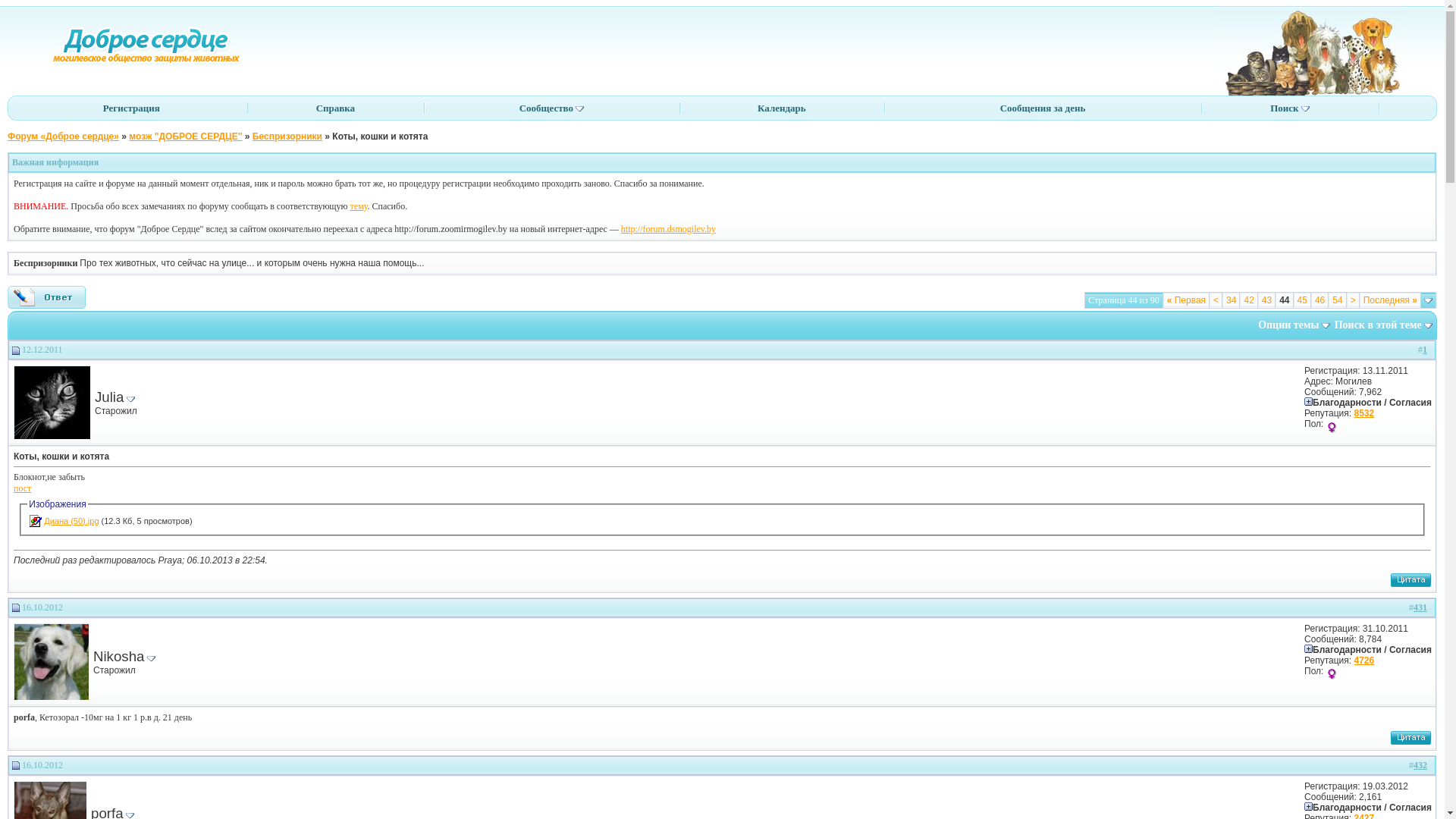 The height and width of the screenshot is (819, 1456). Describe the element at coordinates (1248, 300) in the screenshot. I see `'42'` at that location.